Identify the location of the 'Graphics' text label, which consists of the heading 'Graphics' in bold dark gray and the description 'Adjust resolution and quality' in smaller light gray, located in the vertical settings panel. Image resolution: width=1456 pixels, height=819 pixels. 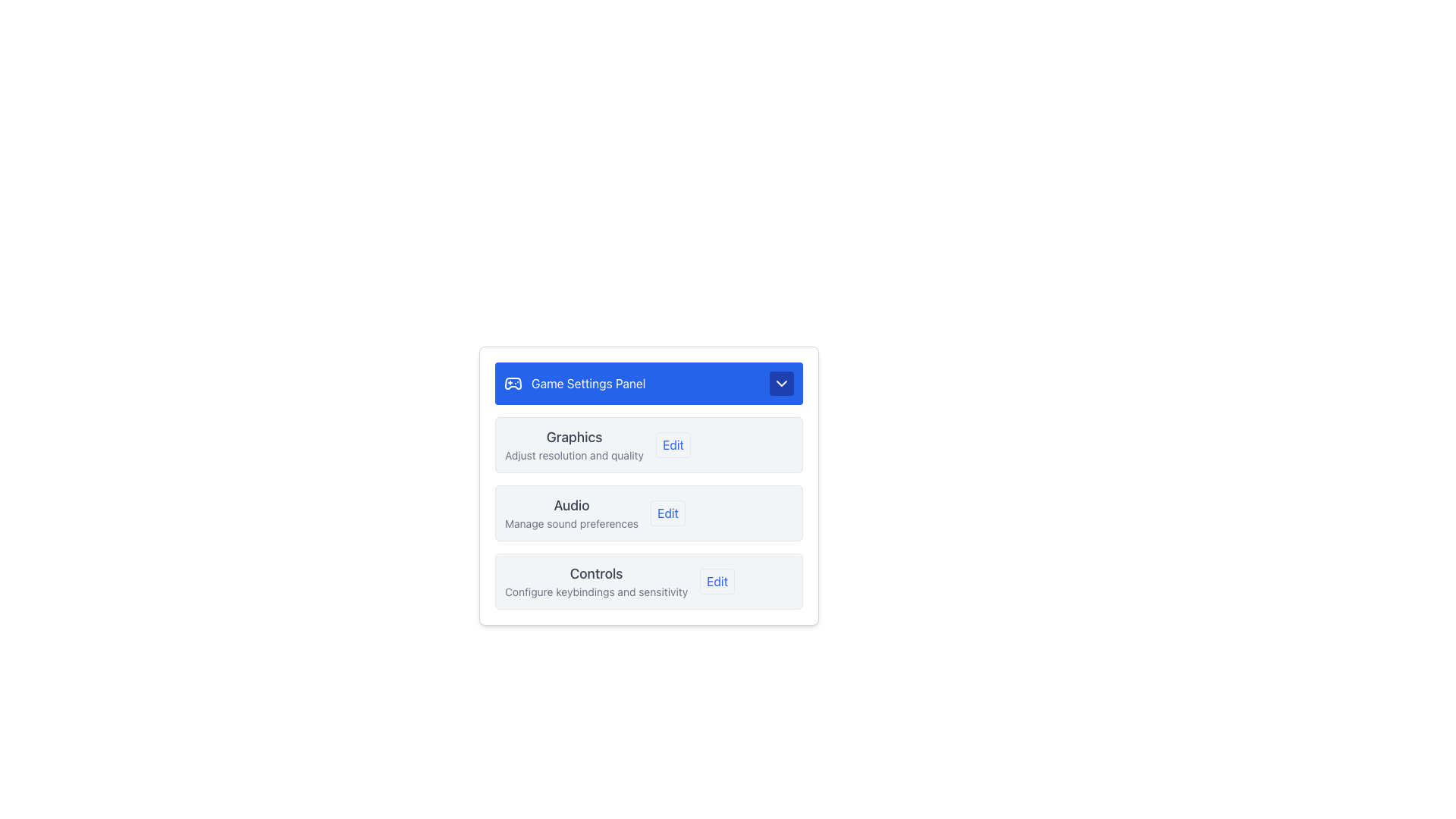
(573, 444).